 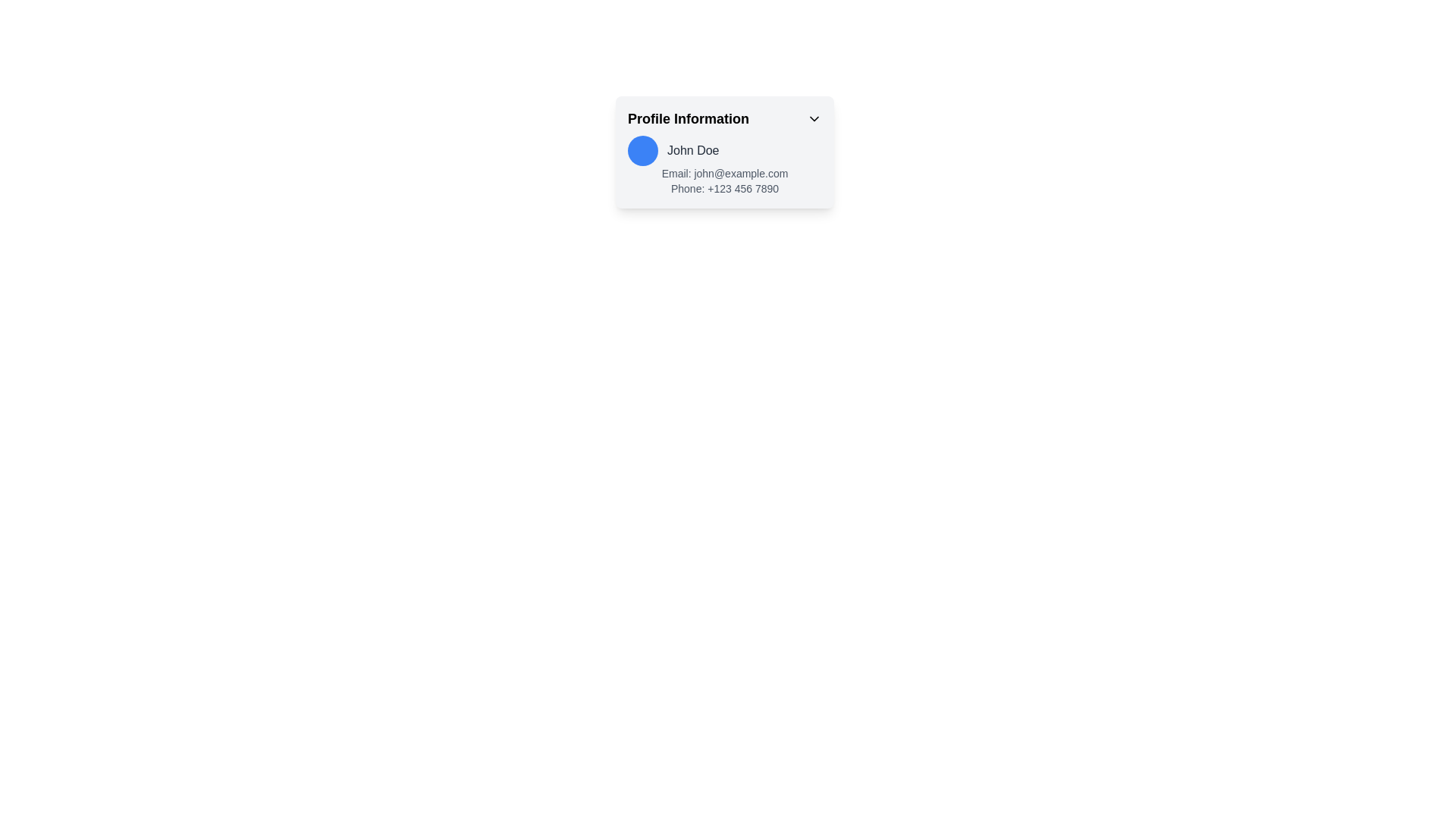 I want to click on name 'John Doe' from the profile information section, which is visually represented with a dark-gray font and accompanied by a blue circular avatar, so click(x=723, y=151).